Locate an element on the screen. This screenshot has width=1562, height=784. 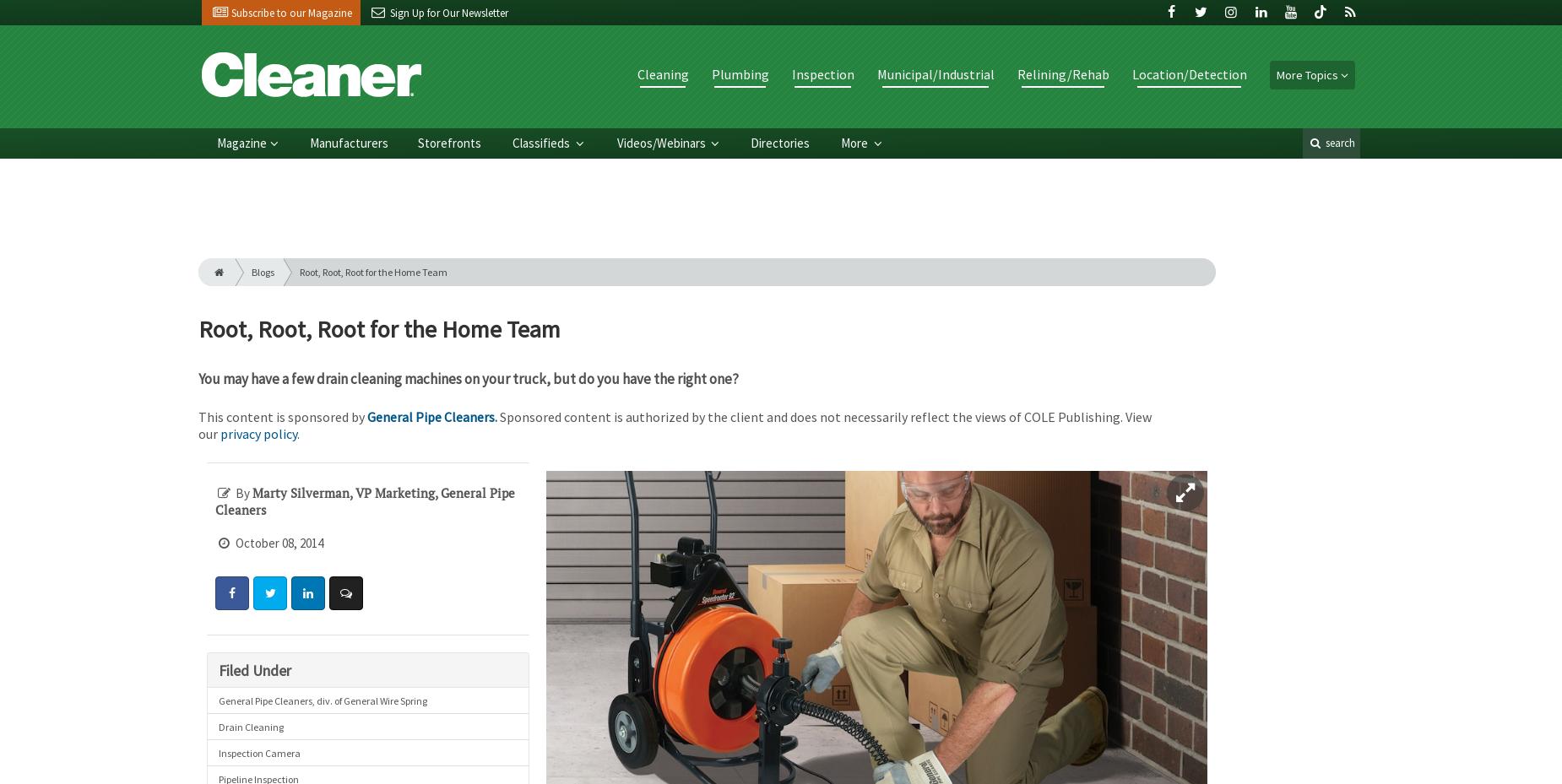
'Drain Cleaning' is located at coordinates (249, 726).